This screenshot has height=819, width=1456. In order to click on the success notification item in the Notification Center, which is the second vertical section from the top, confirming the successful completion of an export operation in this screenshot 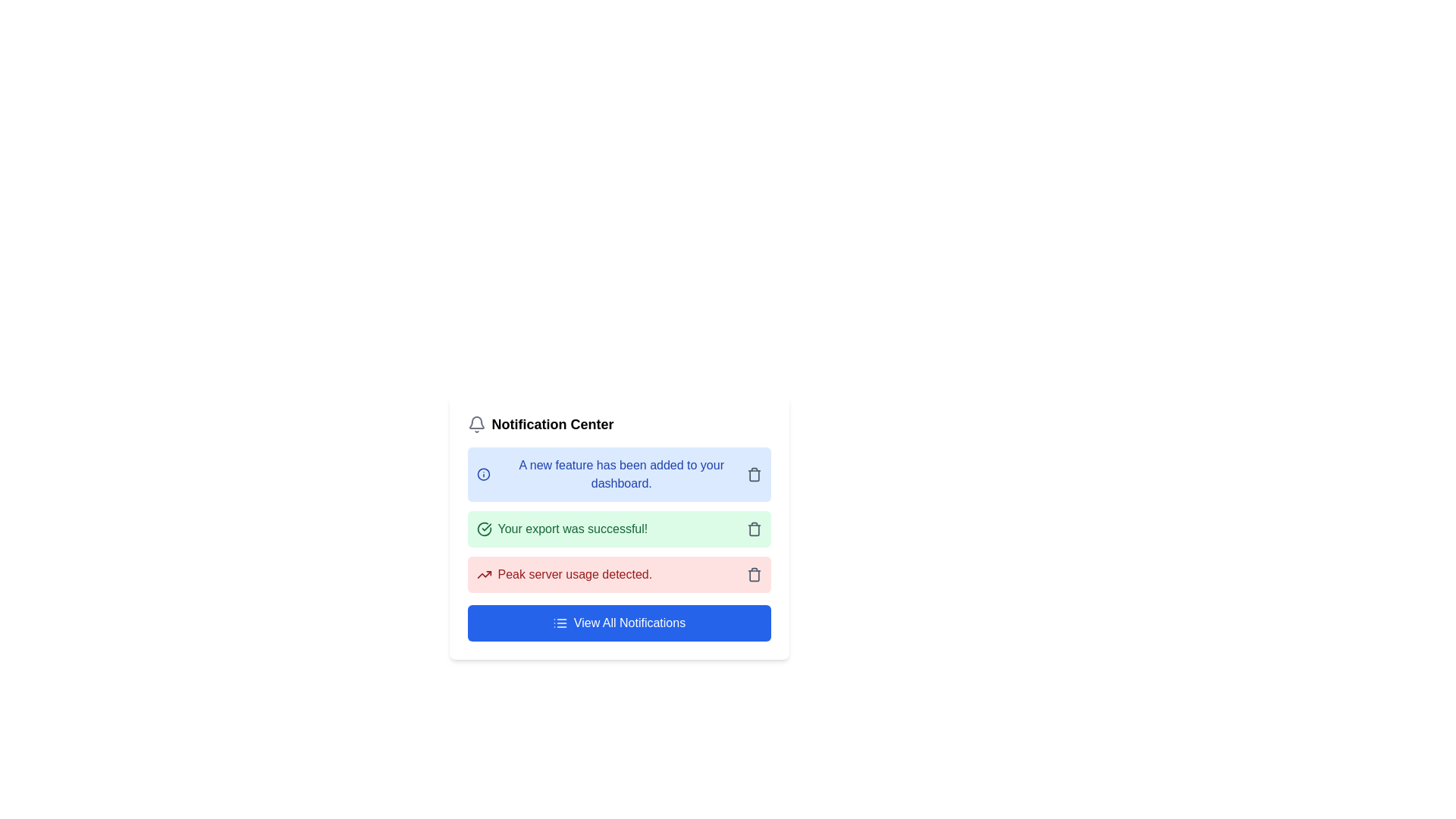, I will do `click(619, 519)`.